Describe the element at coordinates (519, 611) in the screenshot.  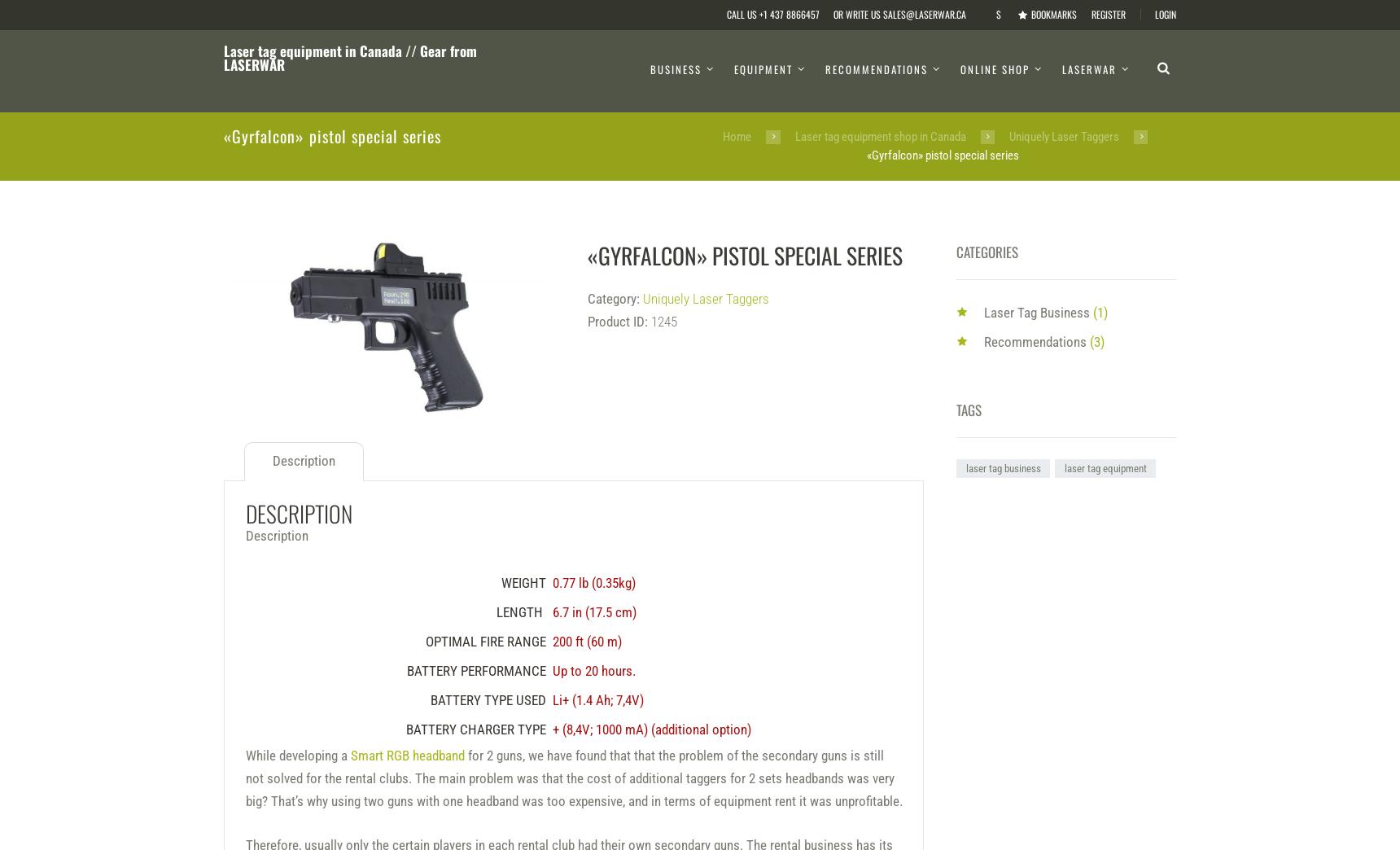
I see `'LENGTH'` at that location.